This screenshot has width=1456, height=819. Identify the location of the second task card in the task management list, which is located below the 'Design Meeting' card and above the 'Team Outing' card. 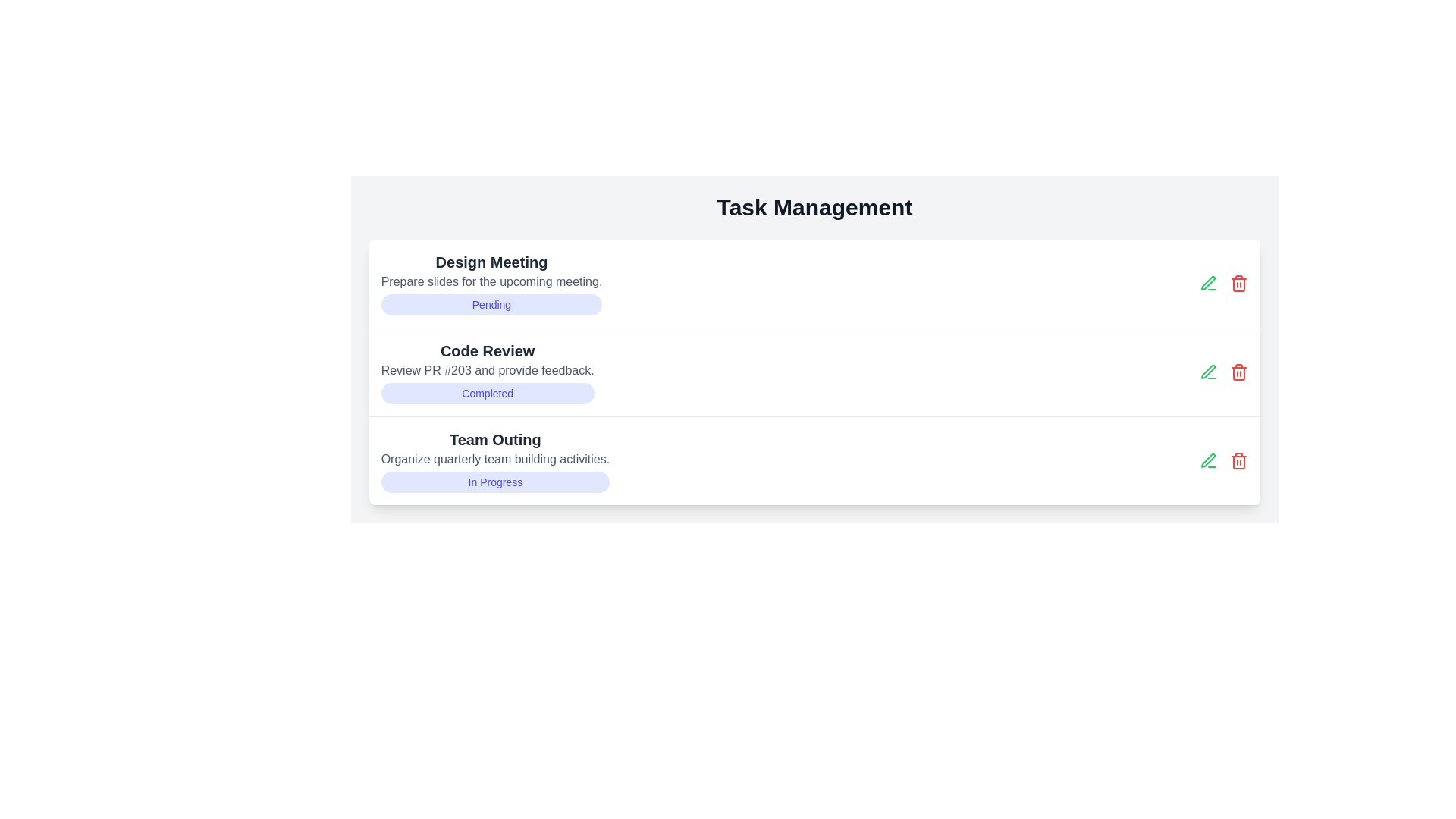
(488, 372).